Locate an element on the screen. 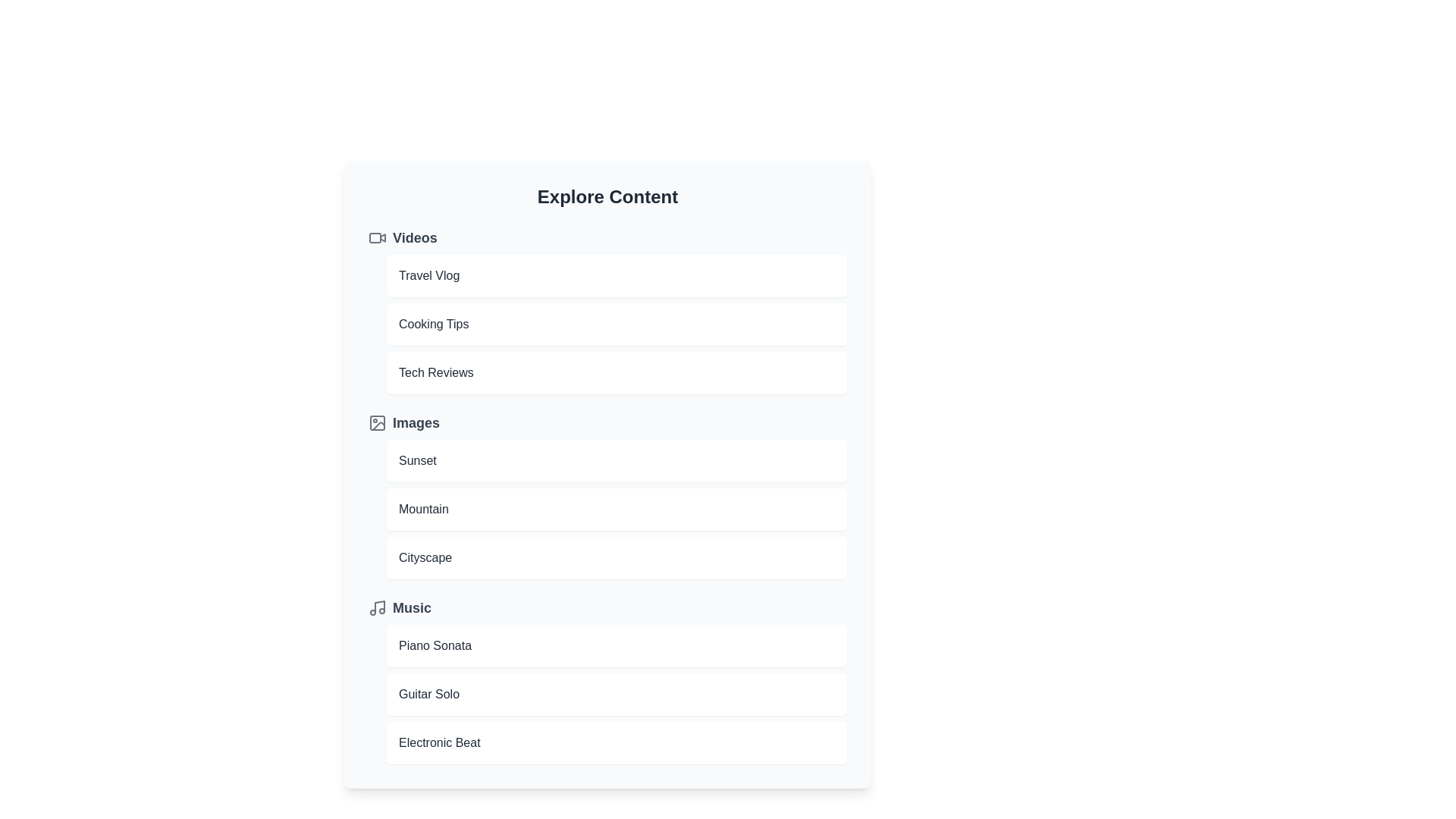 The image size is (1456, 819). the item Mountain to preview it is located at coordinates (617, 509).